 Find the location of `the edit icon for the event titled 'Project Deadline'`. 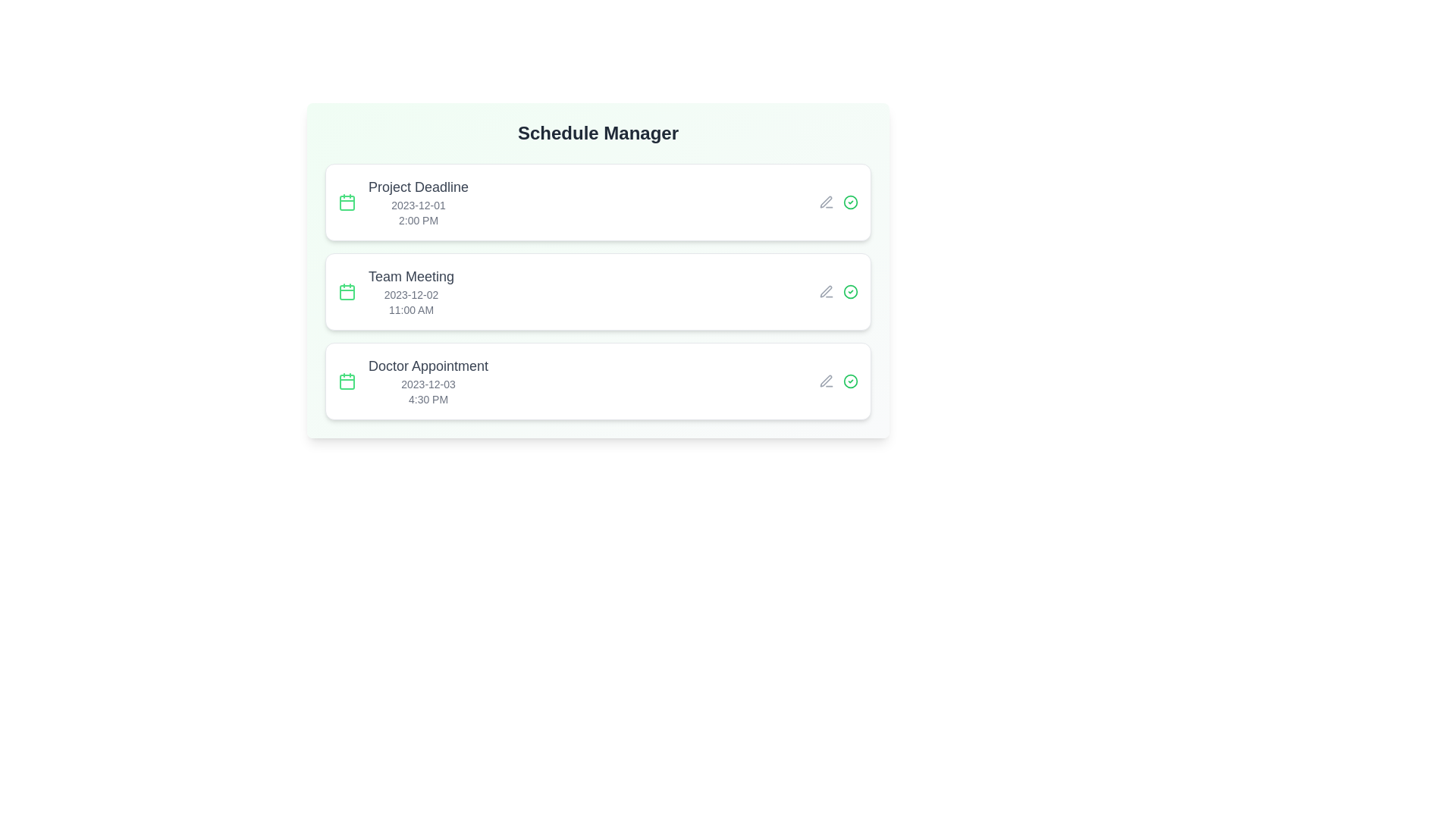

the edit icon for the event titled 'Project Deadline' is located at coordinates (825, 201).